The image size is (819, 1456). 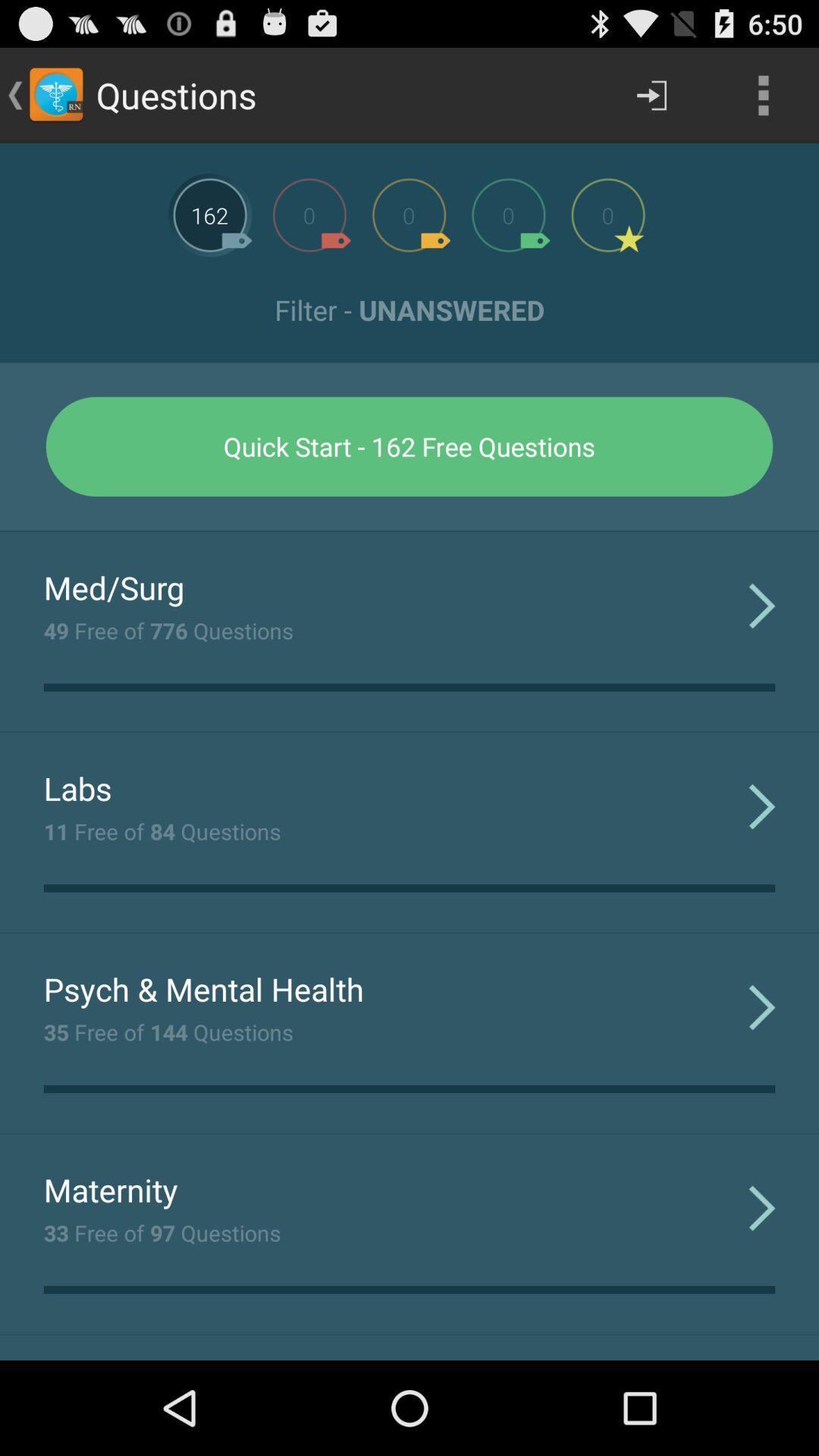 What do you see at coordinates (113, 586) in the screenshot?
I see `item above the 49 free of icon` at bounding box center [113, 586].